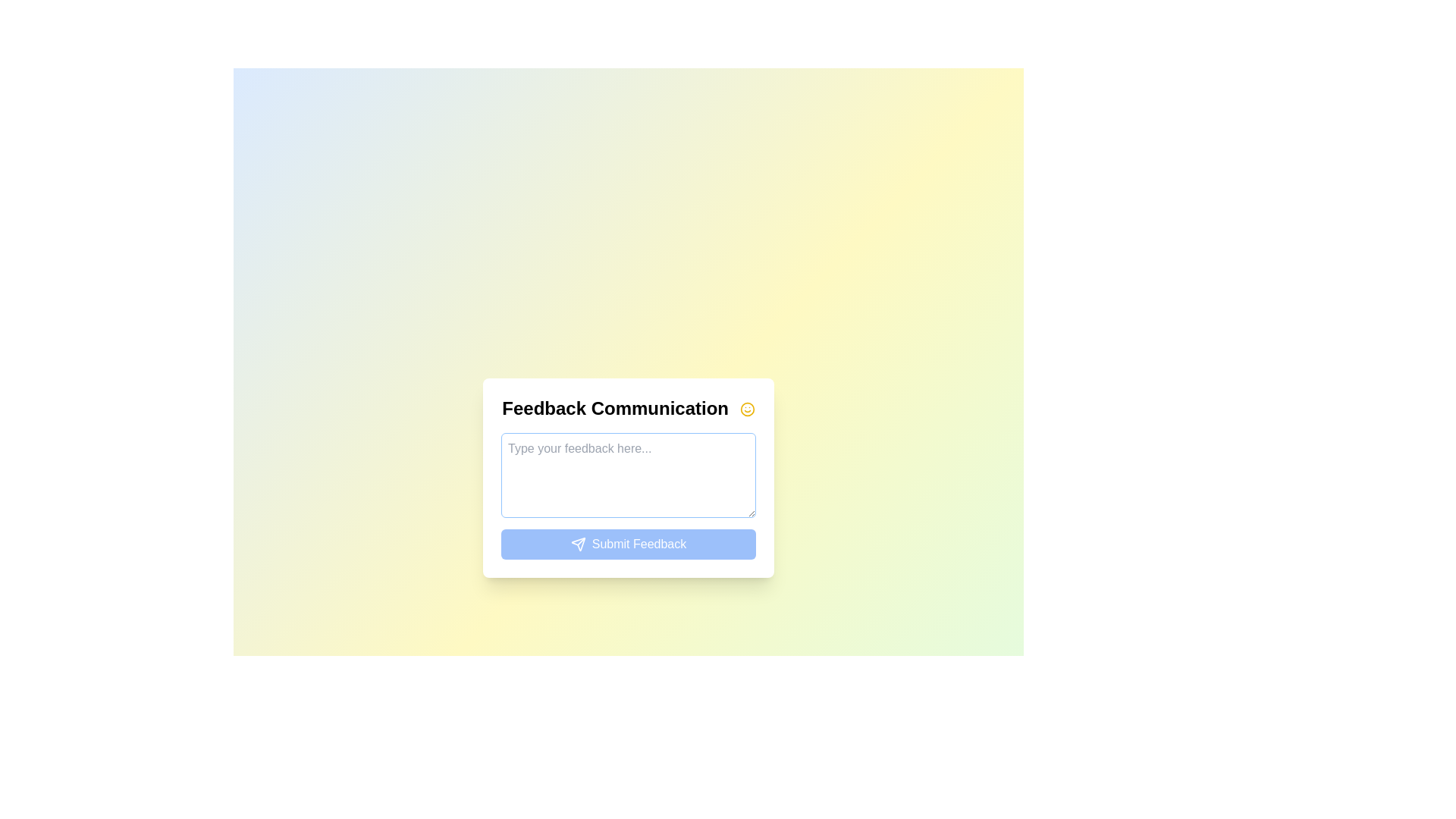 This screenshot has height=819, width=1456. I want to click on the header text element with an accompanying icon located at the top of the feedback section card, so click(629, 406).